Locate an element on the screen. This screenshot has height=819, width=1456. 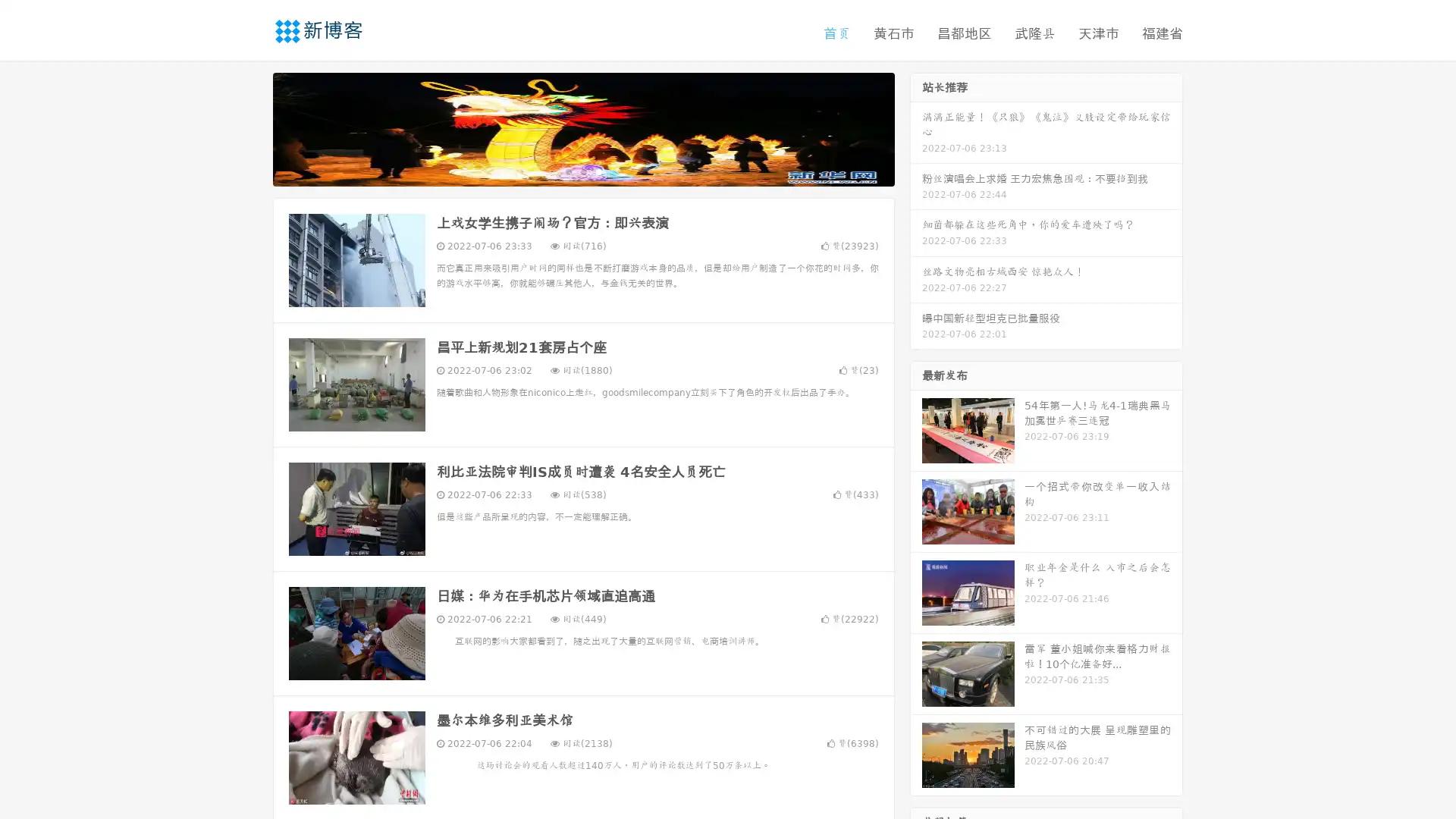
Go to slide 3 is located at coordinates (598, 171).